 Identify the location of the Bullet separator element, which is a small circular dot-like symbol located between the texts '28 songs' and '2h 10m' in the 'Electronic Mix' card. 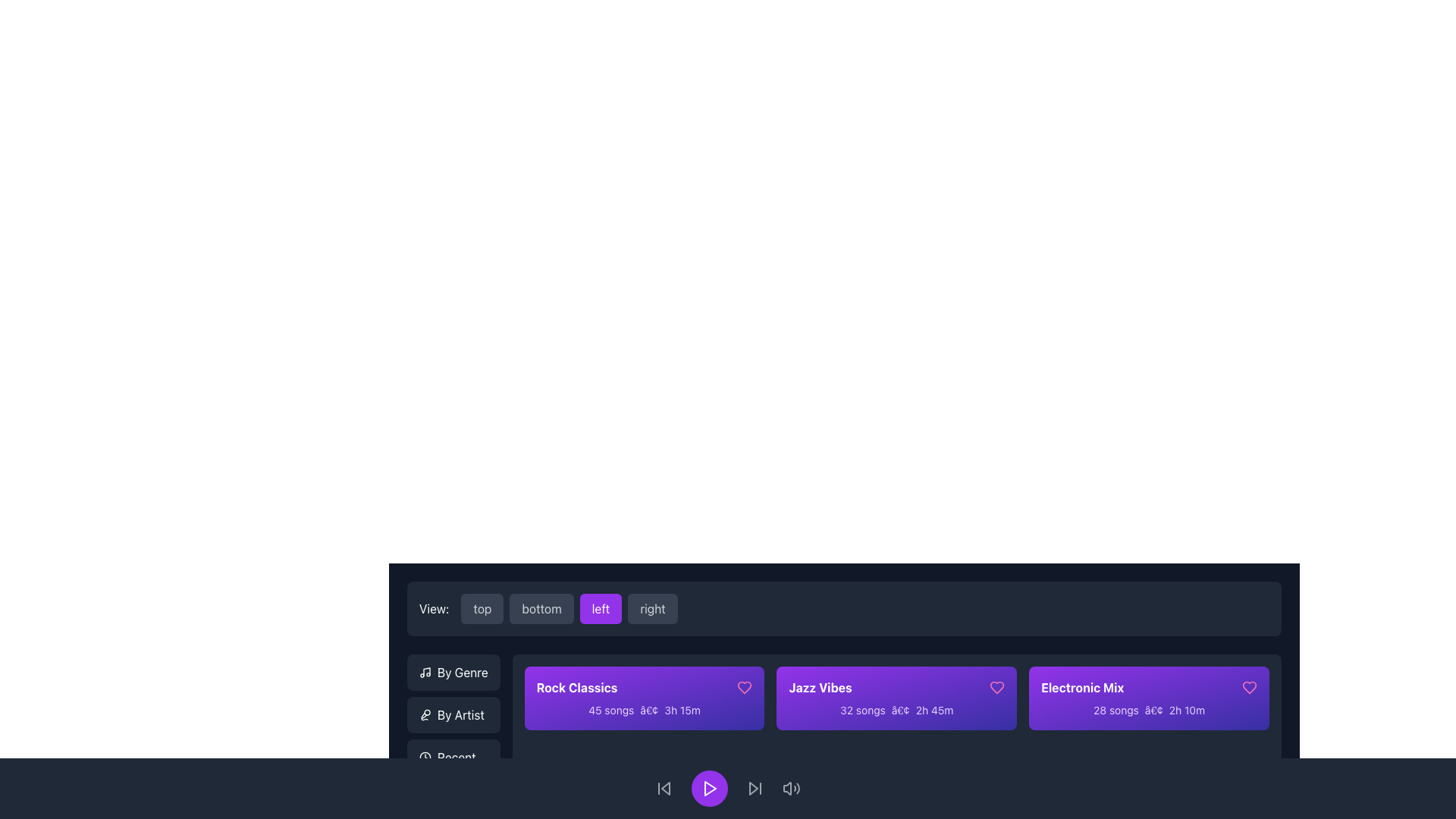
(1153, 710).